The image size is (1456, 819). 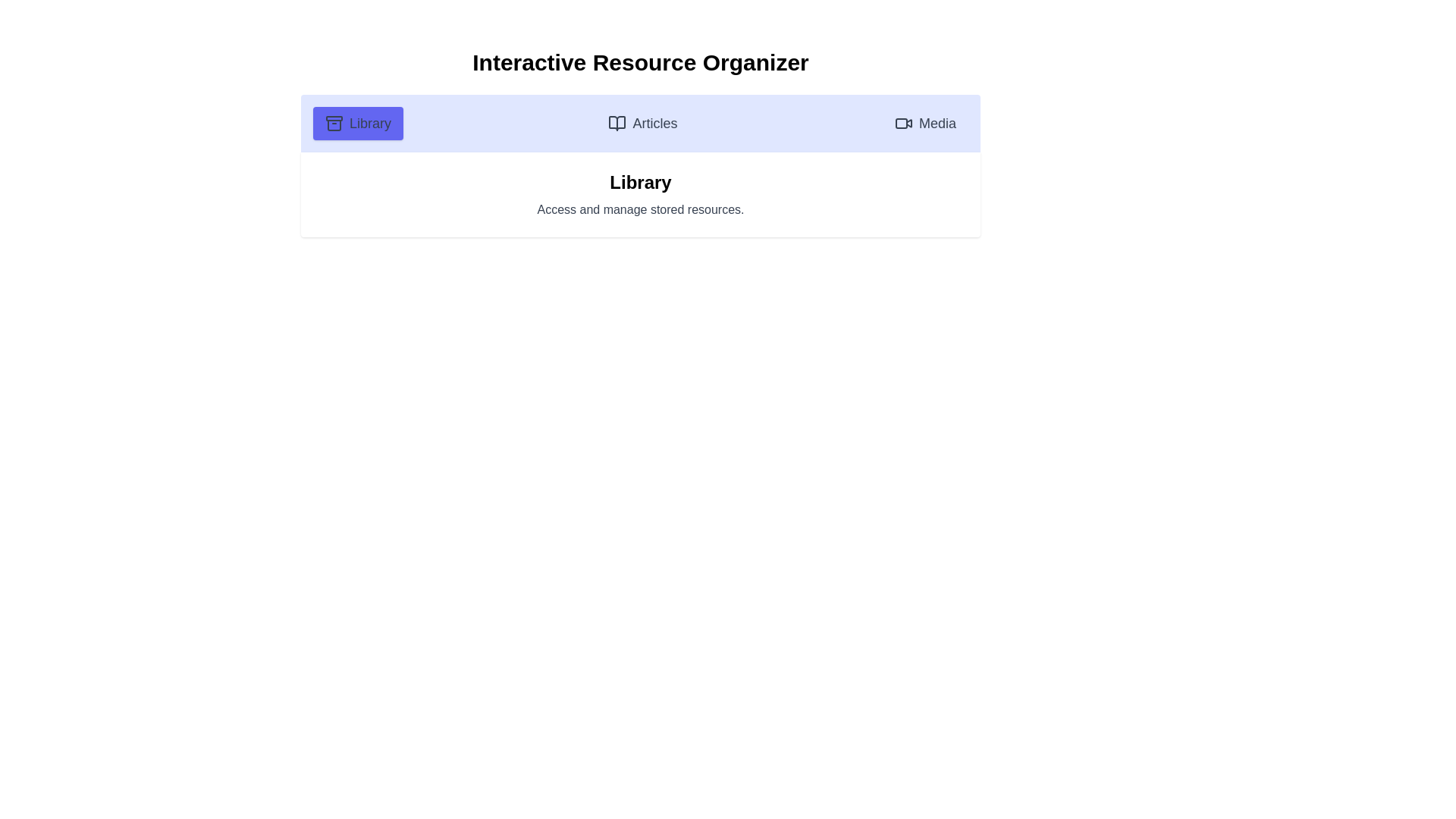 What do you see at coordinates (356, 122) in the screenshot?
I see `the Library tab` at bounding box center [356, 122].